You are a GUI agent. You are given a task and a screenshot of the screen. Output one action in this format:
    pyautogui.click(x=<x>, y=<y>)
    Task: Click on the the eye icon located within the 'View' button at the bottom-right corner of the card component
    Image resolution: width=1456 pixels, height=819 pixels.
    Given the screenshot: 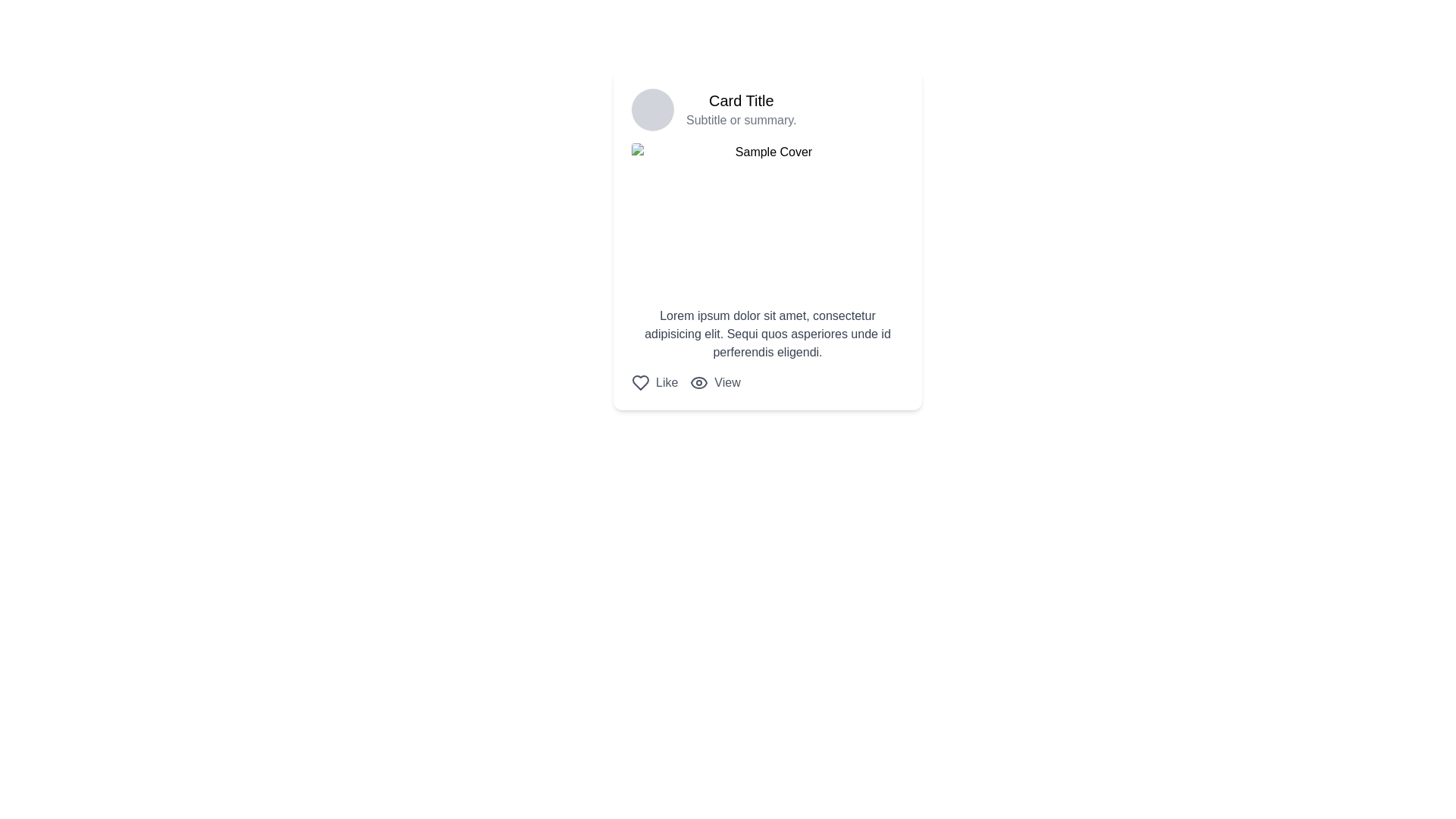 What is the action you would take?
    pyautogui.click(x=698, y=382)
    